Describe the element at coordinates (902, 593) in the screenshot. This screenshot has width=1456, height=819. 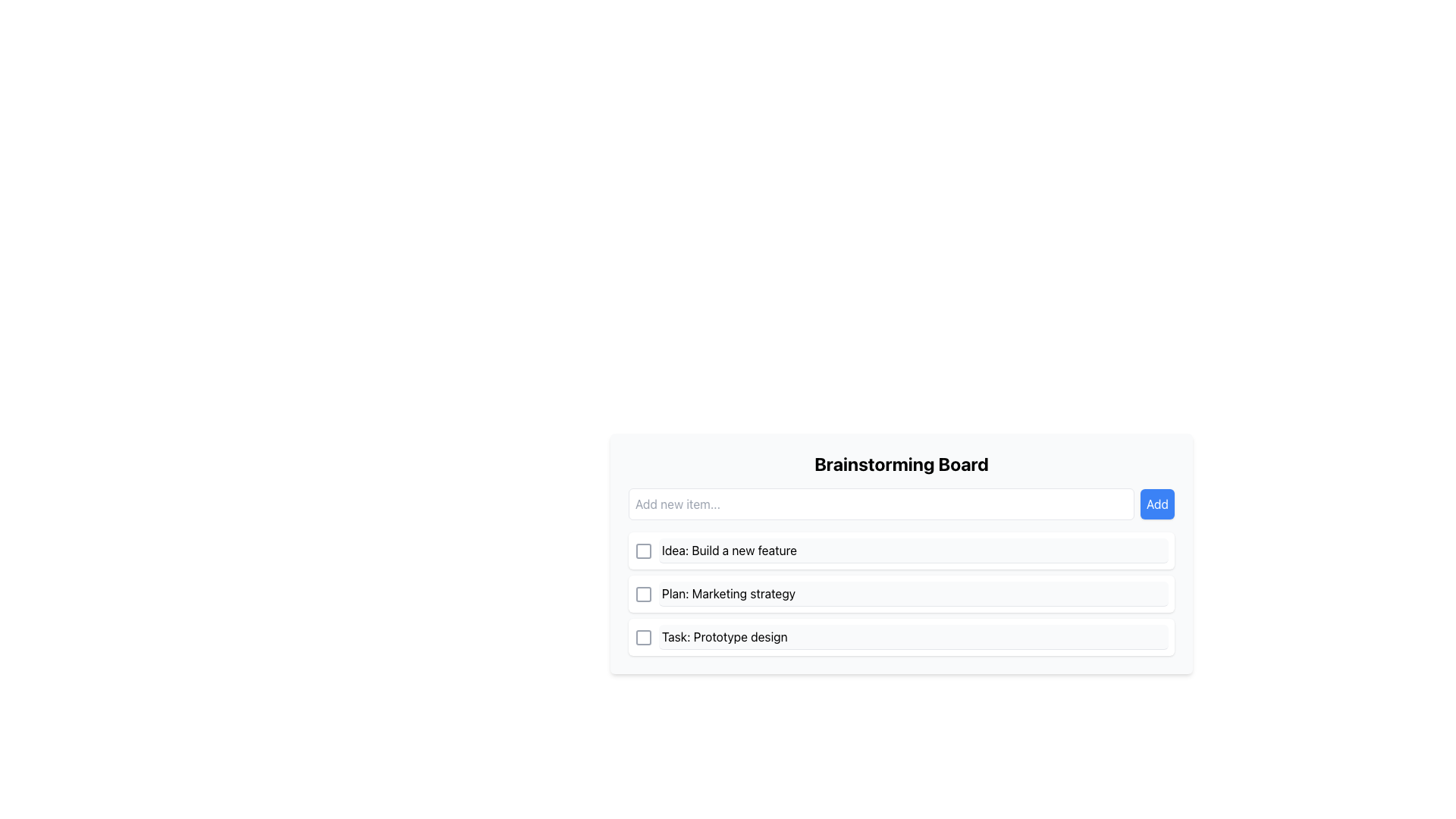
I see `the row labeled 'Plan: Marketing strategy'` at that location.